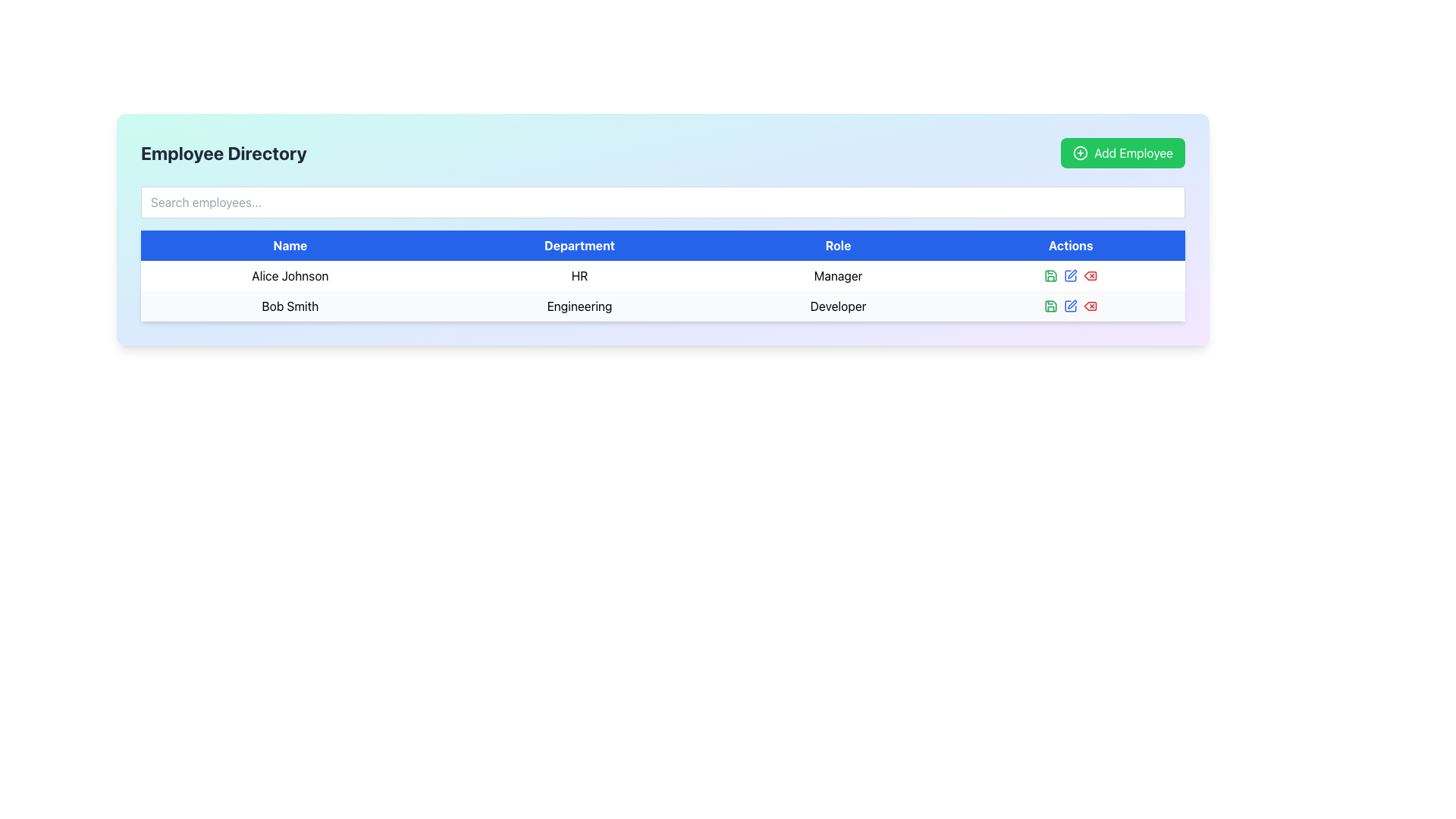 The height and width of the screenshot is (819, 1456). Describe the element at coordinates (579, 275) in the screenshot. I see `the Text Label representing the department of the employee 'Alice Johnson', located in the 'Department' column of the table layout` at that location.